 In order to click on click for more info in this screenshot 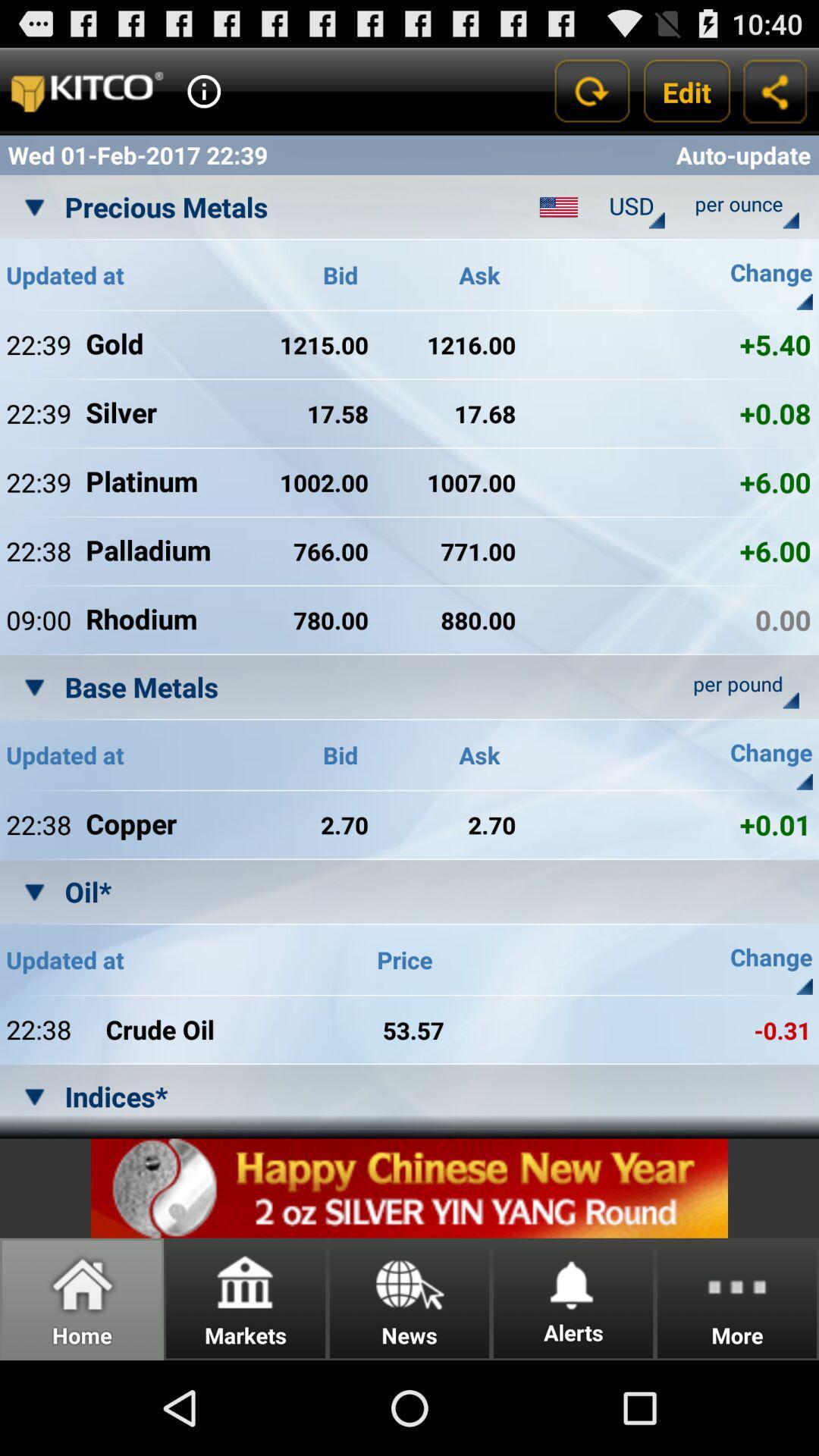, I will do `click(203, 90)`.